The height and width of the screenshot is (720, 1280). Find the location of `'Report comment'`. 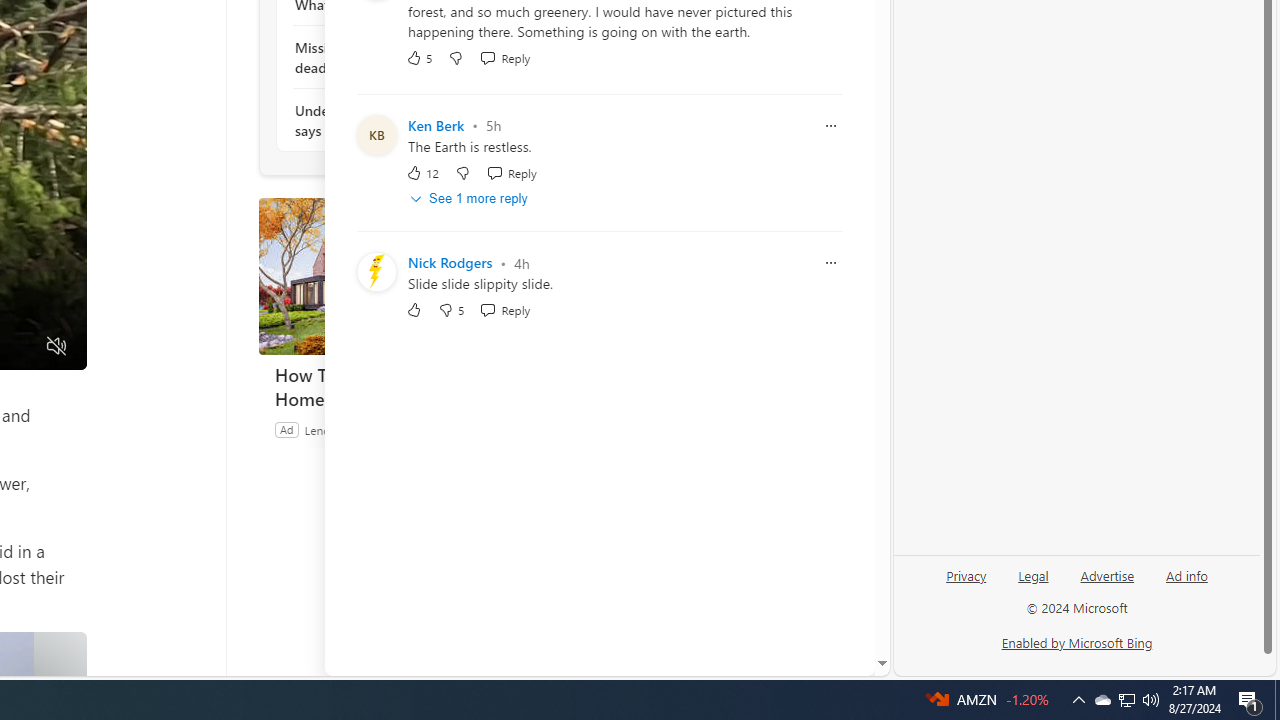

'Report comment' is located at coordinates (831, 262).